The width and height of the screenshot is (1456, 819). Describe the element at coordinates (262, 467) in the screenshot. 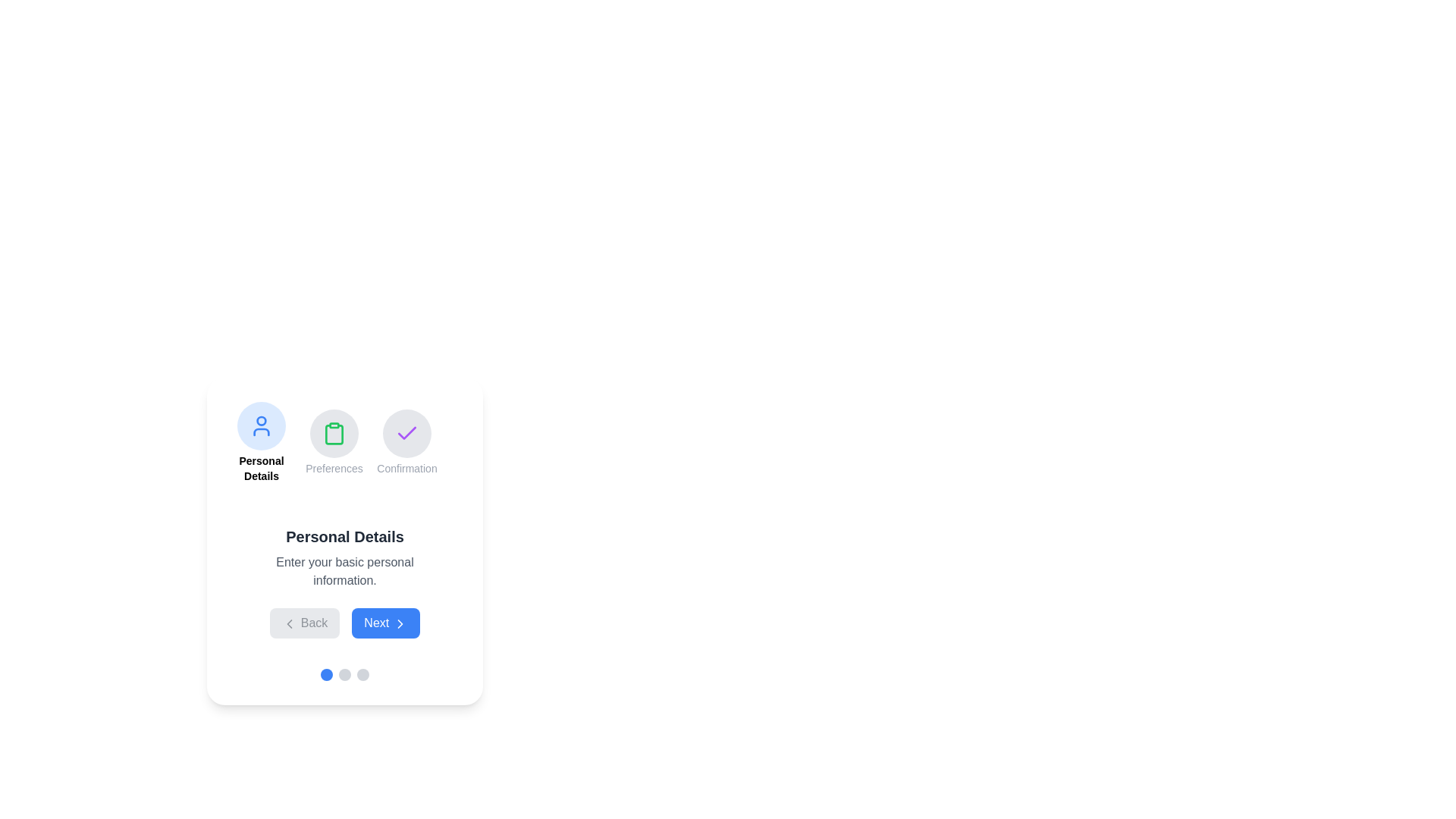

I see `the static text label element displaying 'Personal Details', which is styled prominently in black, bold font beneath a user profile icon` at that location.